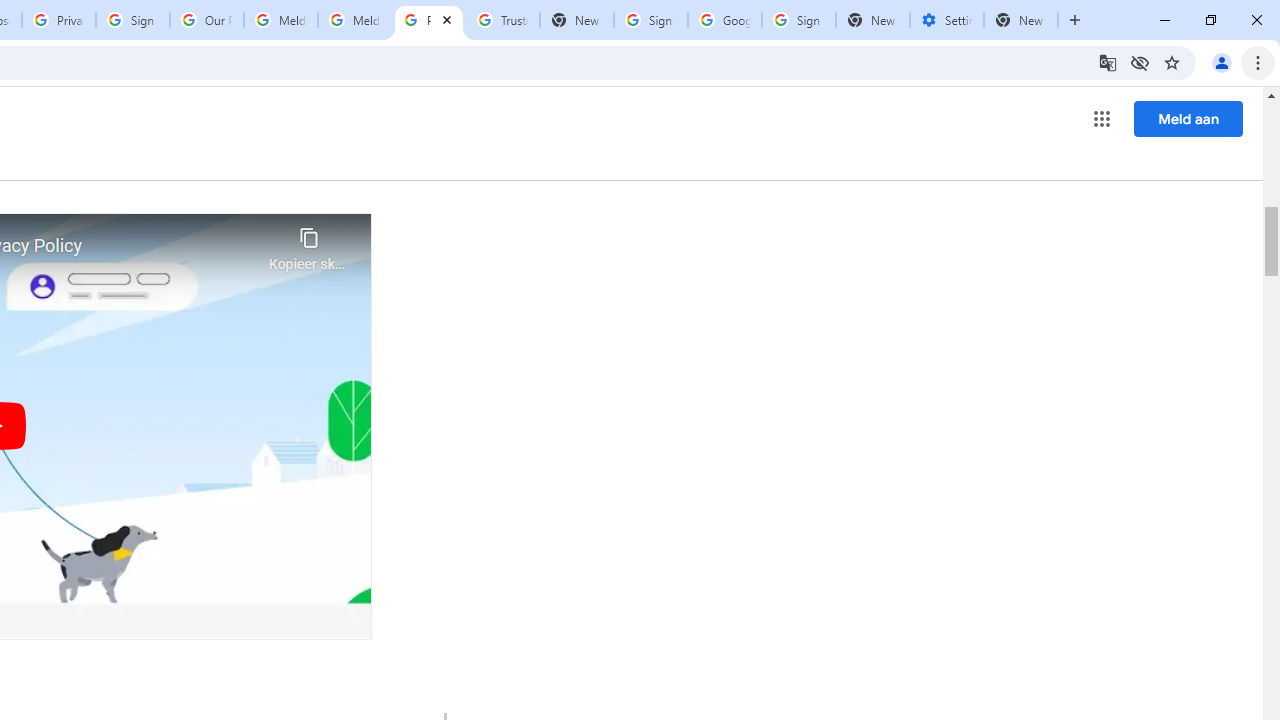  What do you see at coordinates (308, 243) in the screenshot?
I see `'Kopieer skakel'` at bounding box center [308, 243].